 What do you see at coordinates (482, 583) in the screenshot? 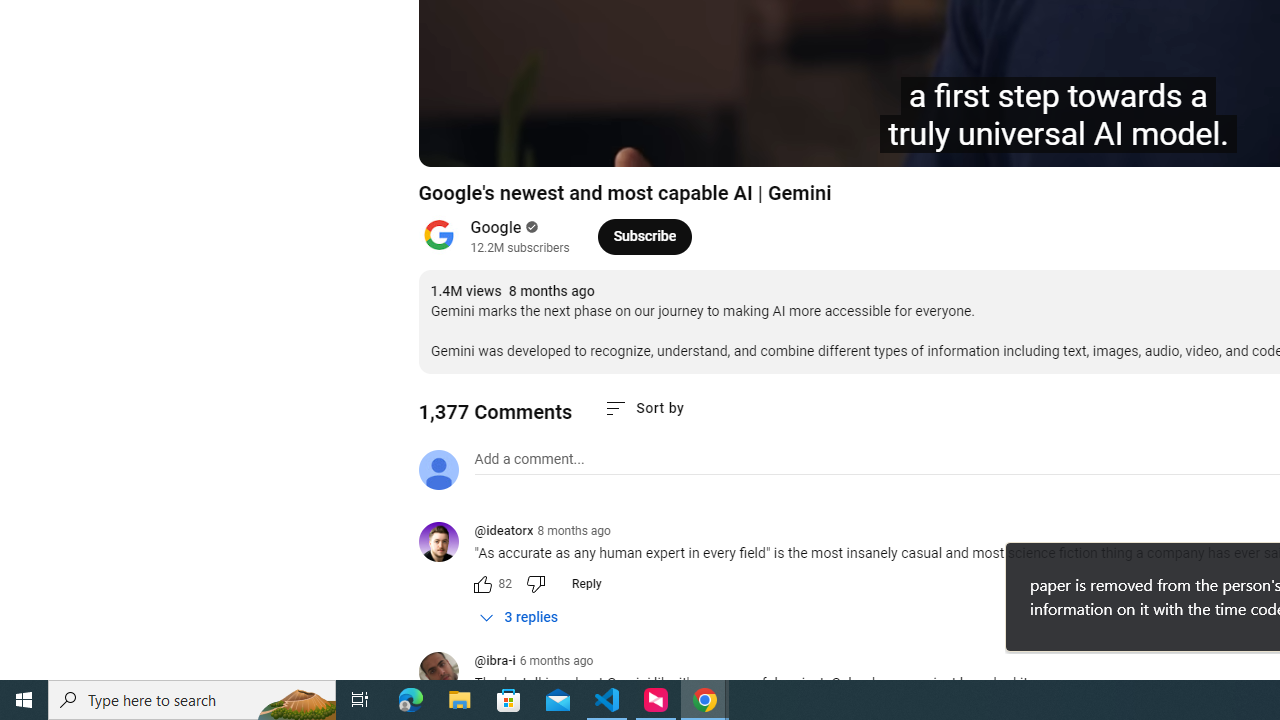
I see `'Like this comment along with 82 other people'` at bounding box center [482, 583].